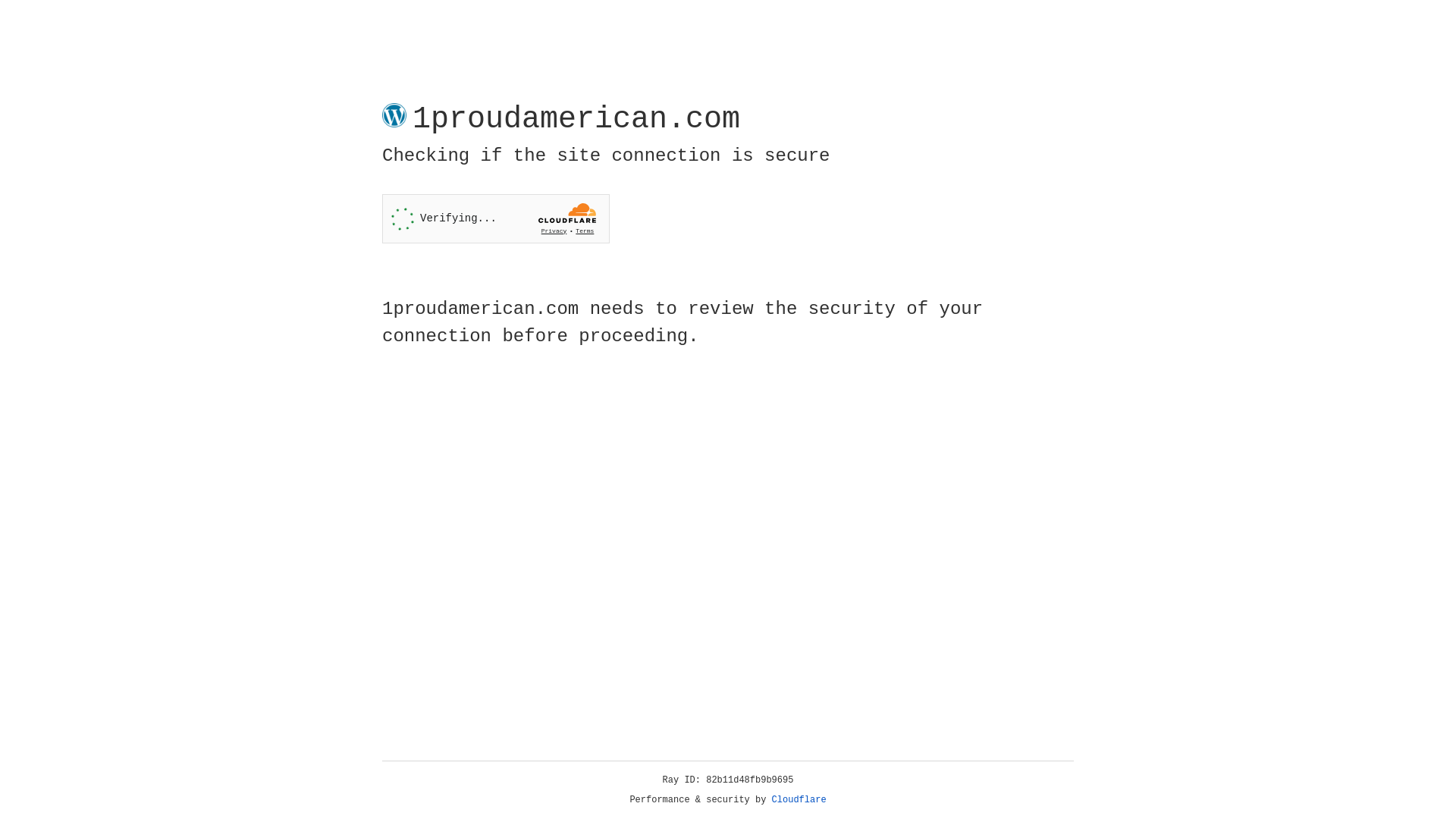 The width and height of the screenshot is (1456, 819). Describe the element at coordinates (495, 218) in the screenshot. I see `'Widget containing a Cloudflare security challenge'` at that location.